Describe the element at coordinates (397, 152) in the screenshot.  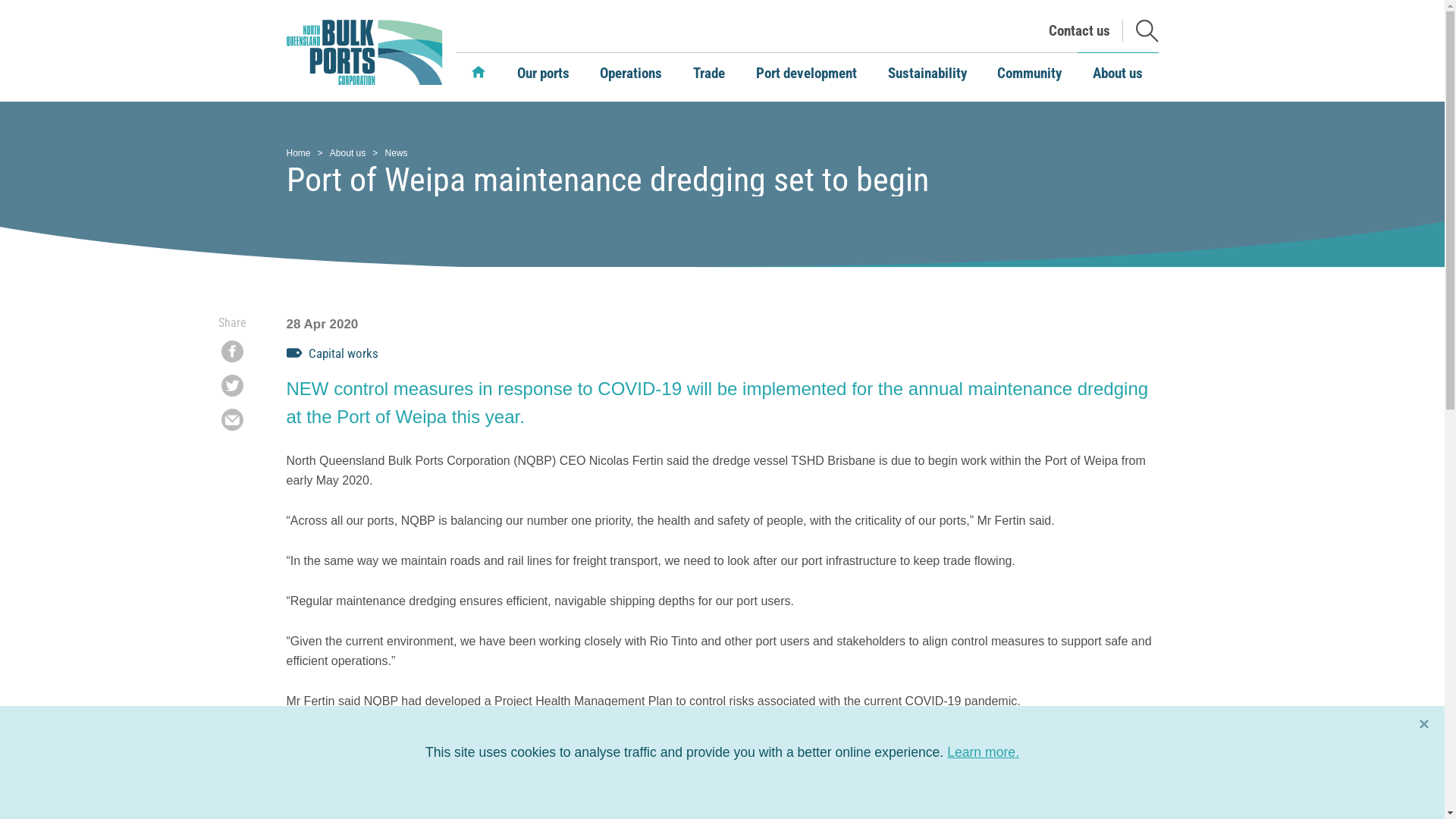
I see `'News'` at that location.